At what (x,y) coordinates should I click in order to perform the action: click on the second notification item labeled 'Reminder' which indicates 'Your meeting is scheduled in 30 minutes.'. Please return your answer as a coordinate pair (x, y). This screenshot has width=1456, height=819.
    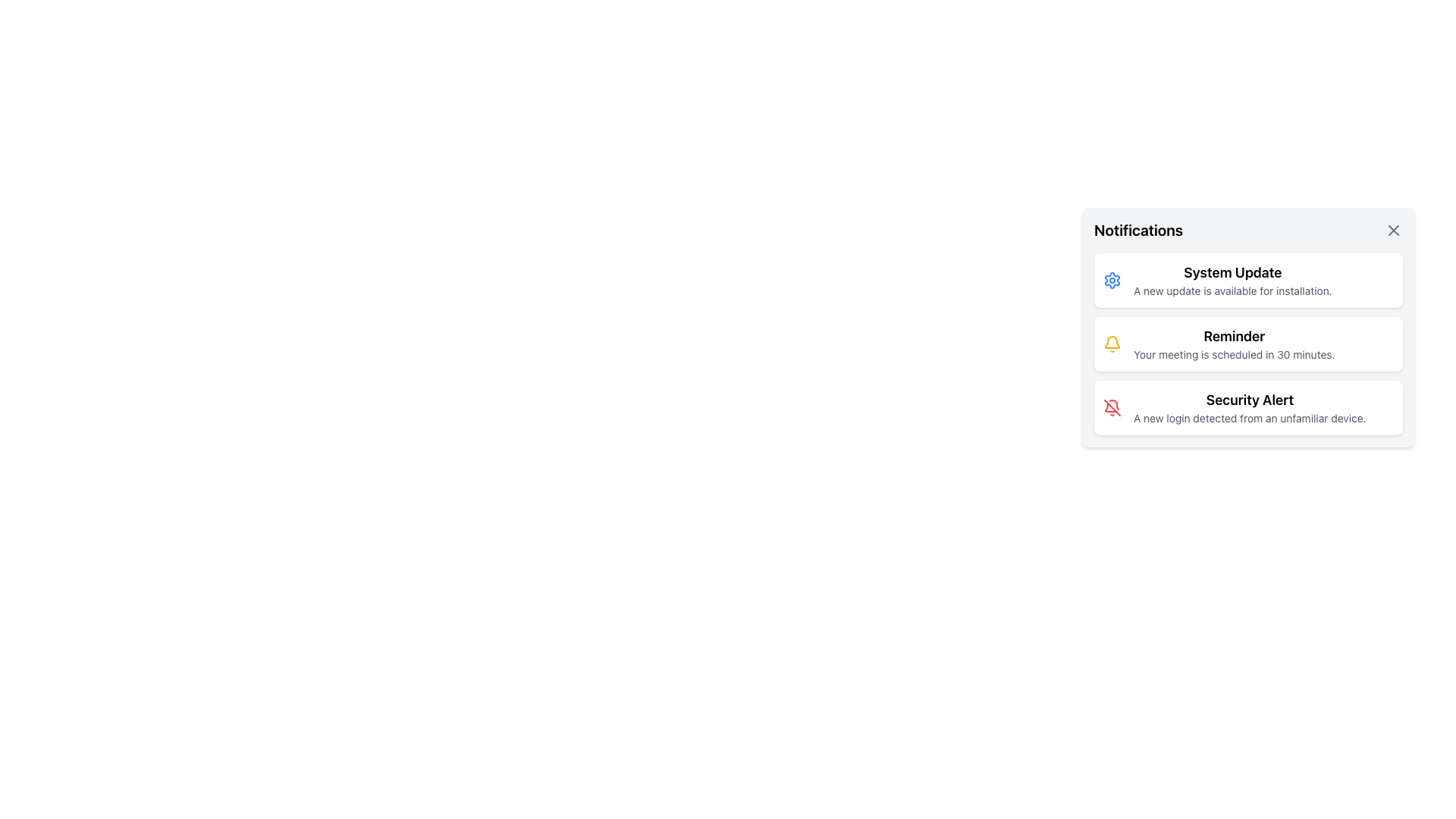
    Looking at the image, I should click on (1248, 344).